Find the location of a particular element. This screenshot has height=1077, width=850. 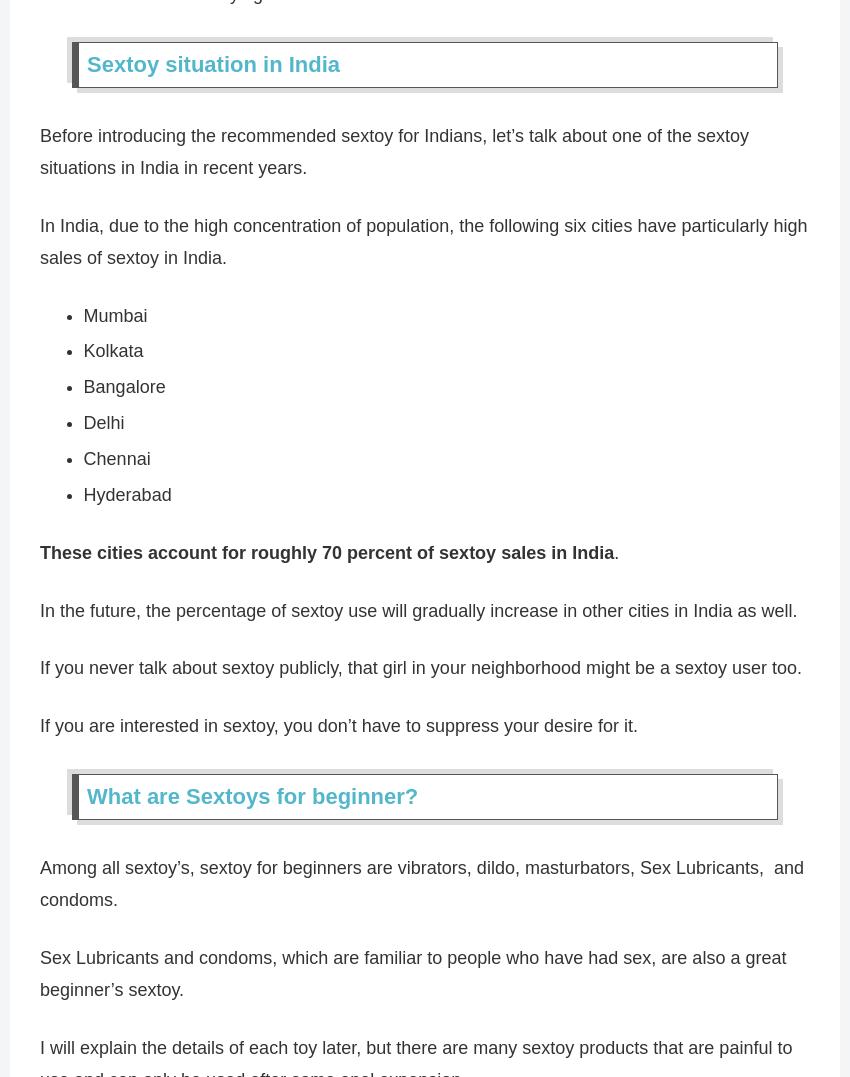

'Among all sextoy’s, sextoy for beginners are vibrators, dildo, masturbators, Sex Lubricants,  and condoms.' is located at coordinates (422, 883).